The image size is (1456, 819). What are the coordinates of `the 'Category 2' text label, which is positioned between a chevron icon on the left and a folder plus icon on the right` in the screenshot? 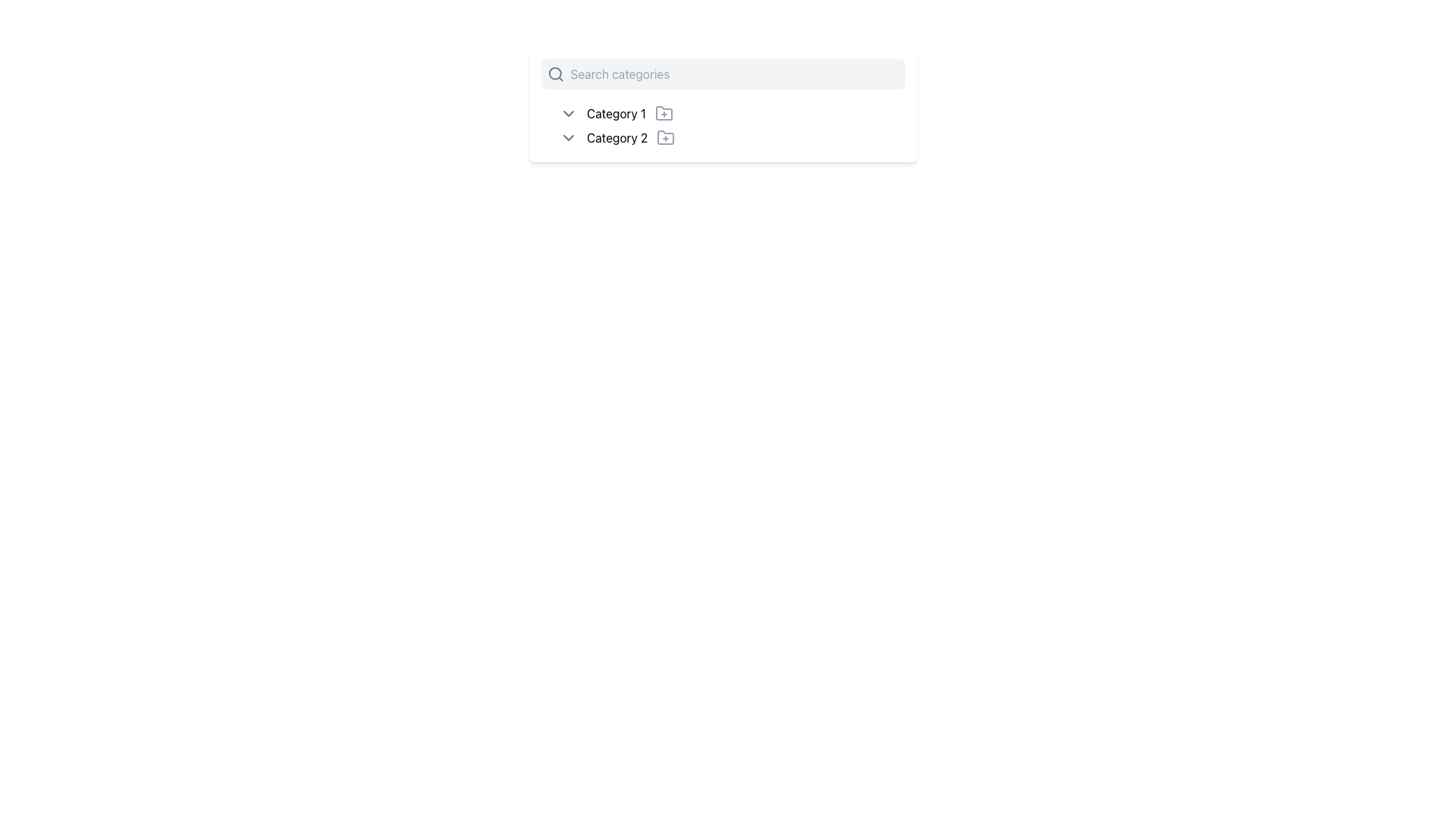 It's located at (617, 137).